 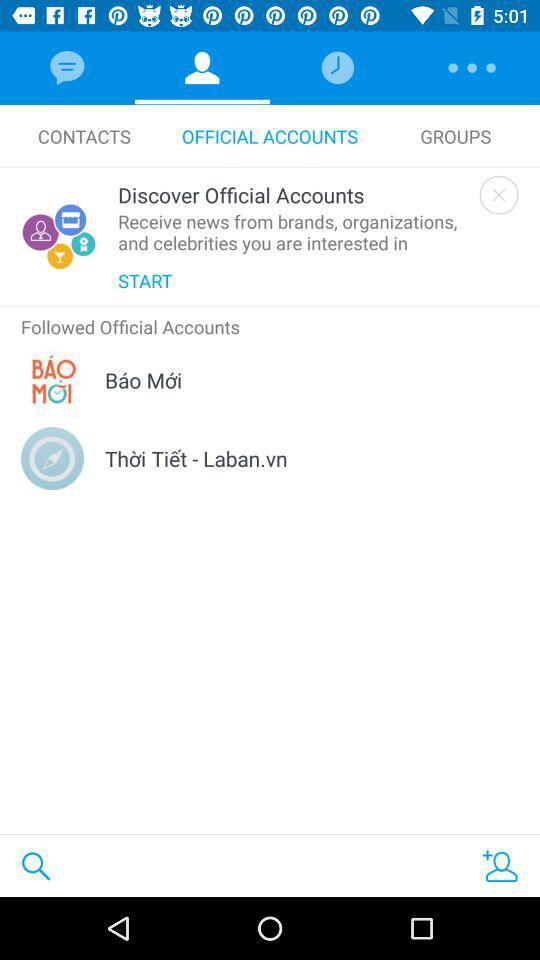 I want to click on tab, so click(x=498, y=195).